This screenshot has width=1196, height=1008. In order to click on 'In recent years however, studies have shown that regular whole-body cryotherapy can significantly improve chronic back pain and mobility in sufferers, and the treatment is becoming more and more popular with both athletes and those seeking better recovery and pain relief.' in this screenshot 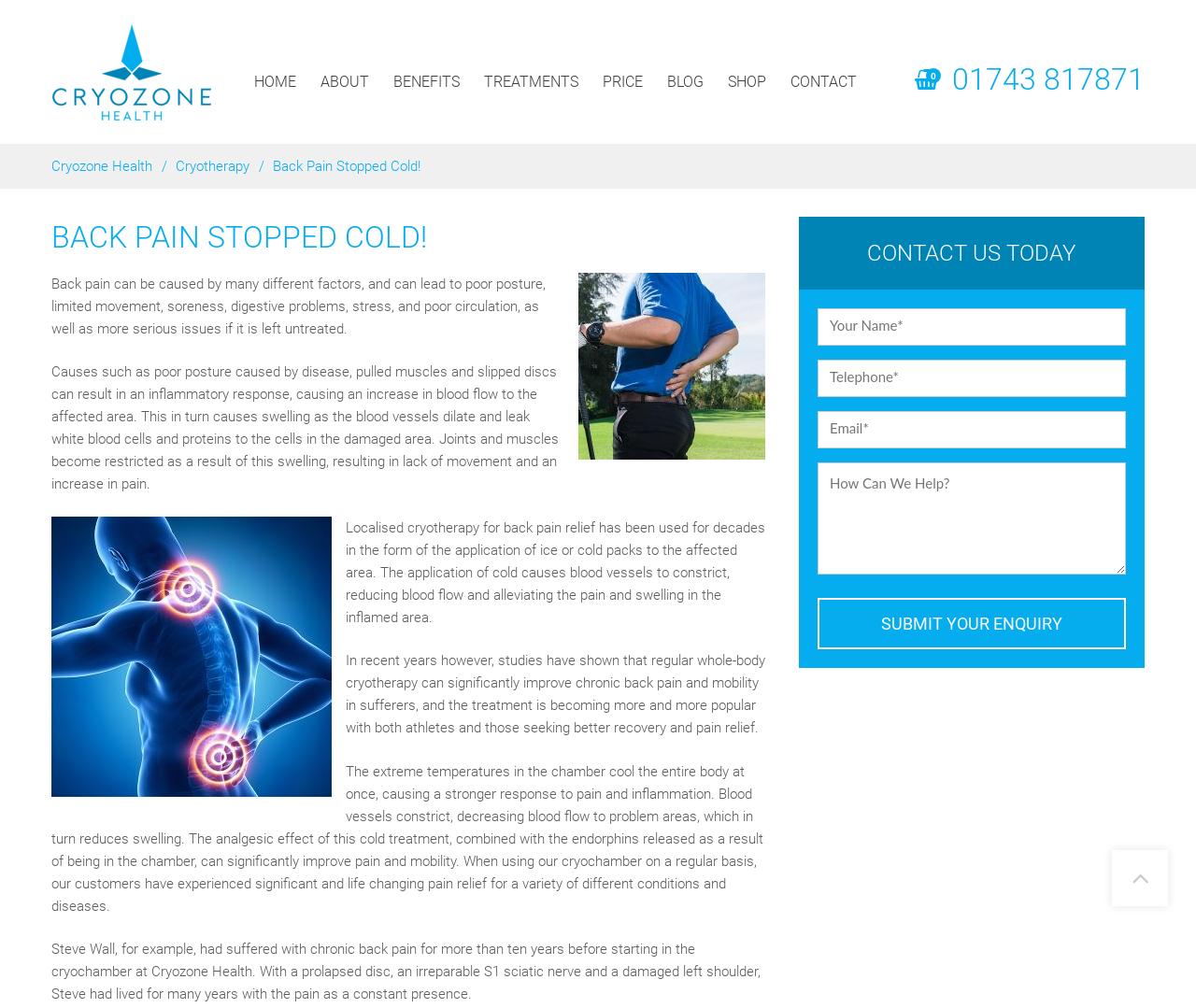, I will do `click(346, 692)`.